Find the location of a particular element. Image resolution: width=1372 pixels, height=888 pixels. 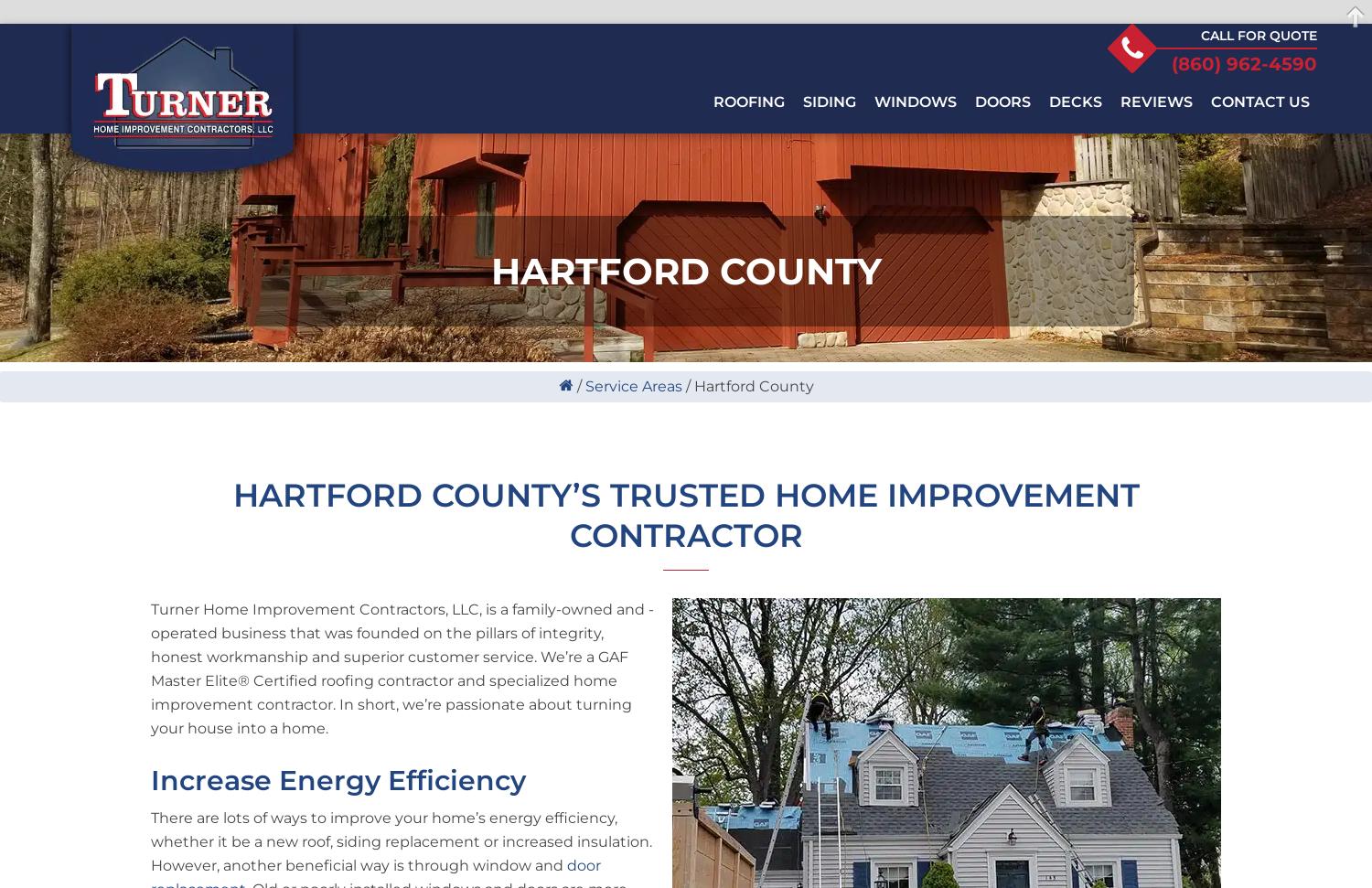

'Doors' is located at coordinates (1002, 101).